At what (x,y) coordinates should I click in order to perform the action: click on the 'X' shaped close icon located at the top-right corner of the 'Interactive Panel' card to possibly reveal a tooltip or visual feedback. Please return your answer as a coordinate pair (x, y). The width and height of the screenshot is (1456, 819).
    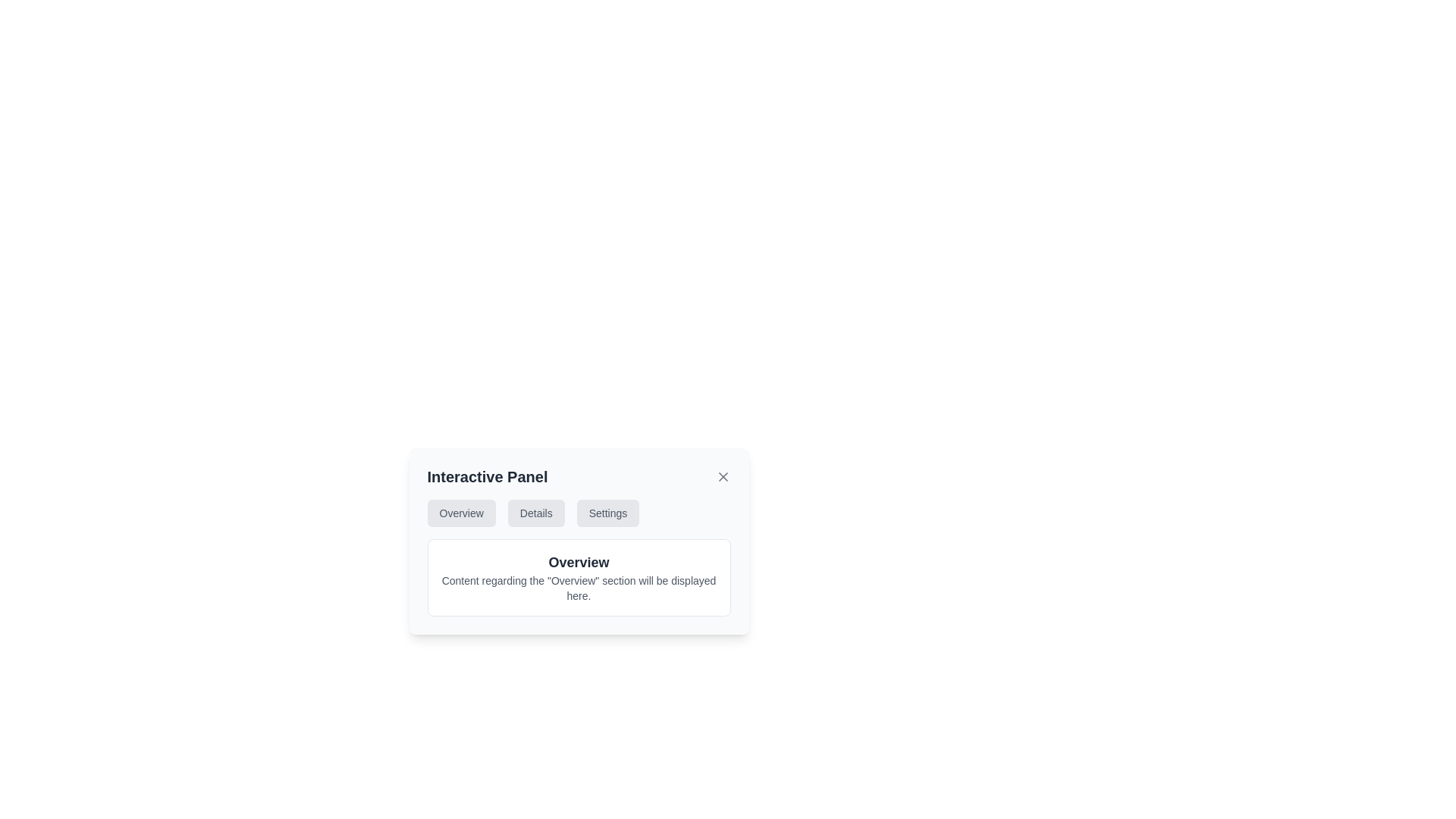
    Looking at the image, I should click on (722, 475).